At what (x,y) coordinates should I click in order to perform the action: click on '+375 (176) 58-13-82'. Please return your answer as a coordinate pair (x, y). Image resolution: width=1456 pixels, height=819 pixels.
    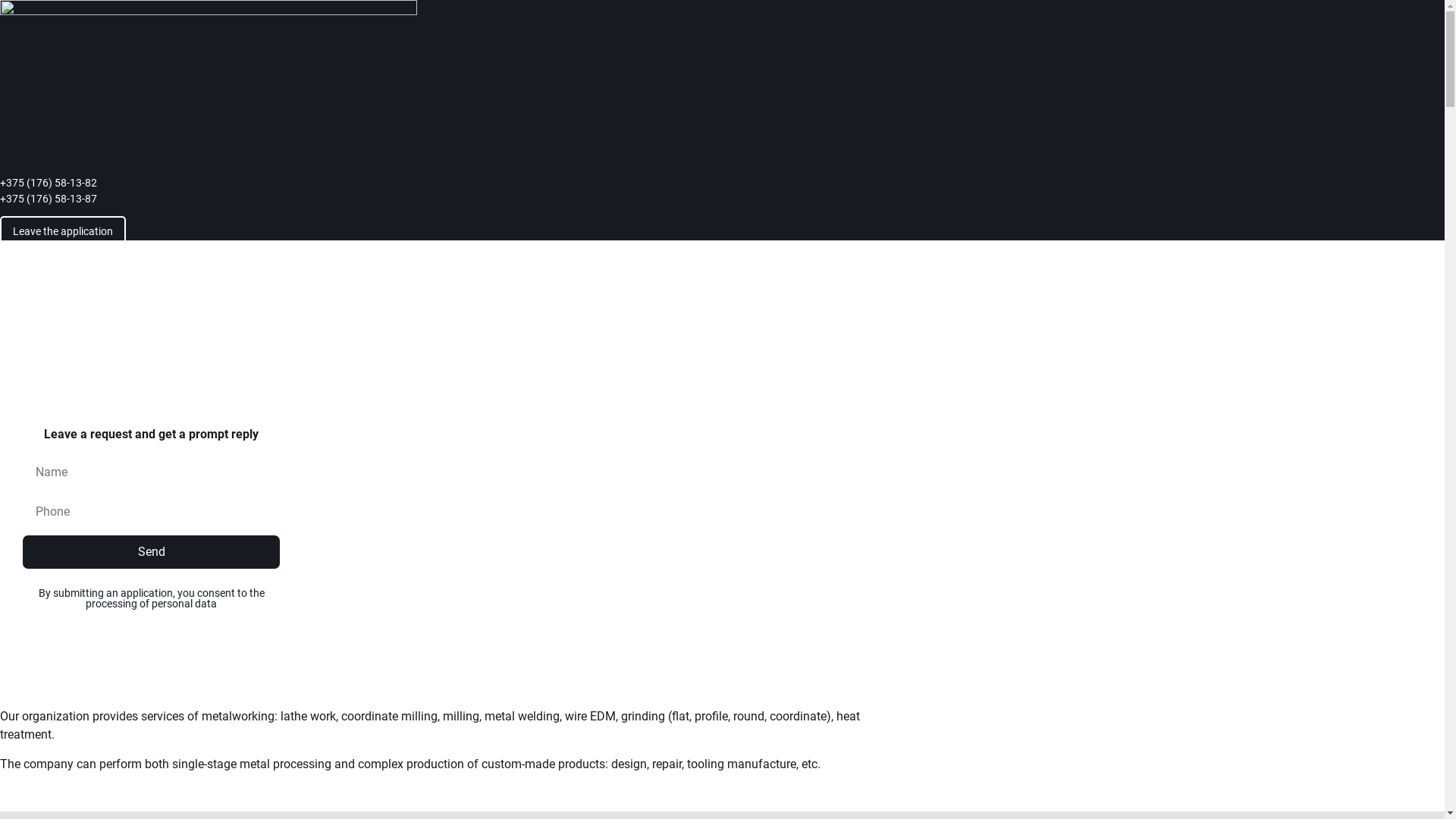
    Looking at the image, I should click on (0, 182).